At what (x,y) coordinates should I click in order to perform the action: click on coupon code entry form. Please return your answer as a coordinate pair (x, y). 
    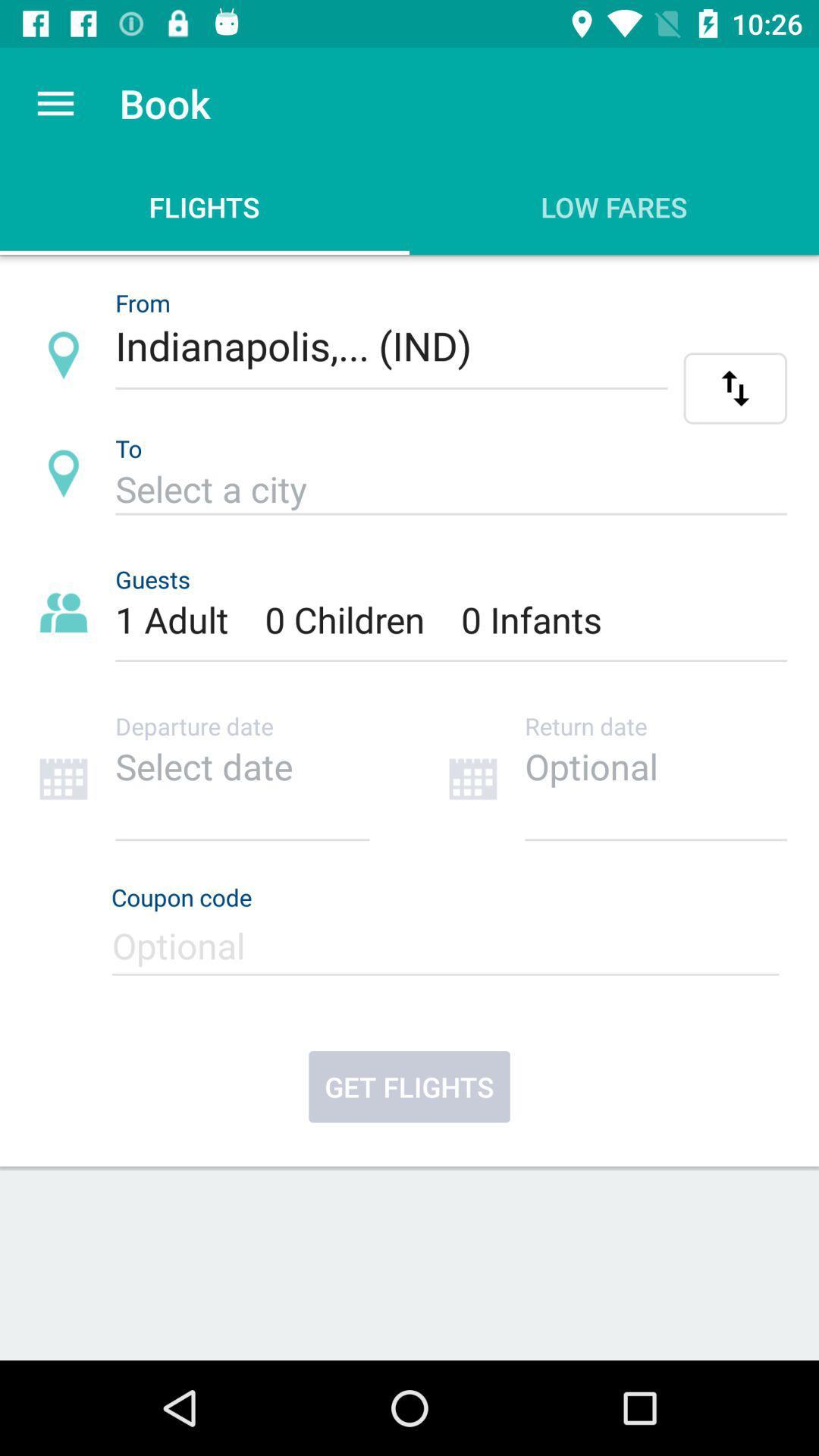
    Looking at the image, I should click on (448, 951).